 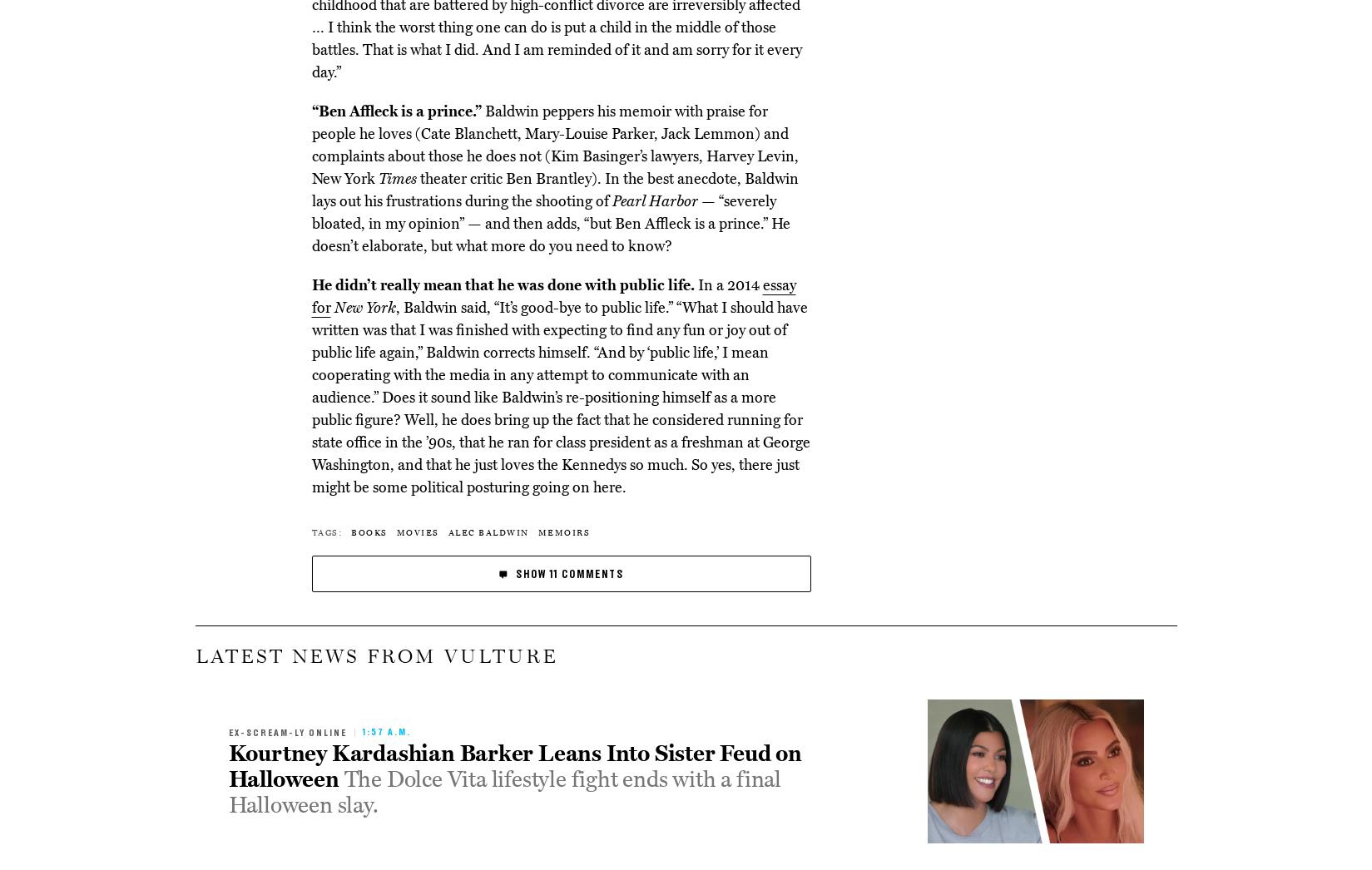 I want to click on 'Times', so click(x=398, y=177).